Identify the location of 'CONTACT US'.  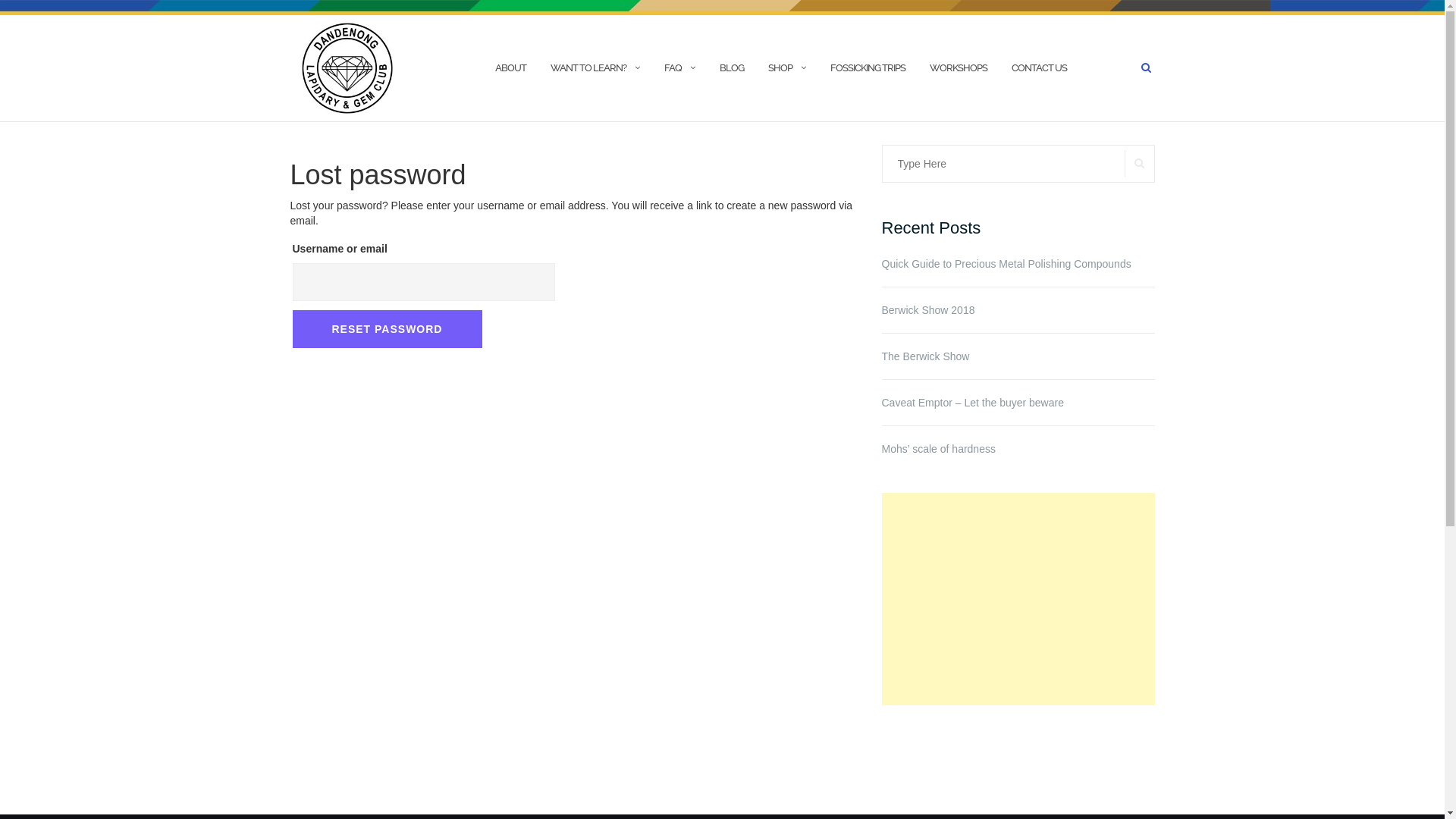
(1038, 67).